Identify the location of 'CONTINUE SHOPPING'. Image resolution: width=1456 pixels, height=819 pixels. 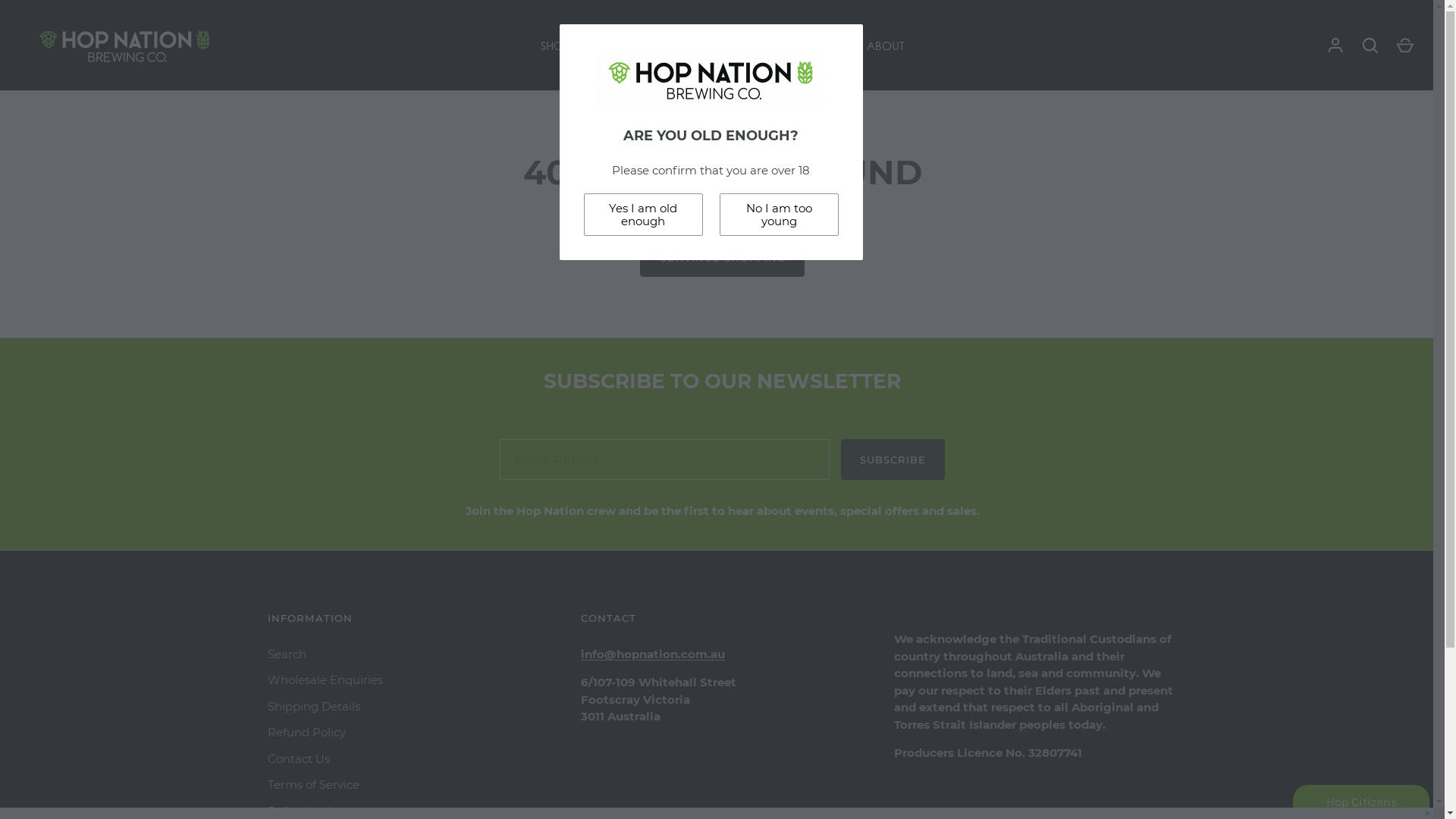
(640, 256).